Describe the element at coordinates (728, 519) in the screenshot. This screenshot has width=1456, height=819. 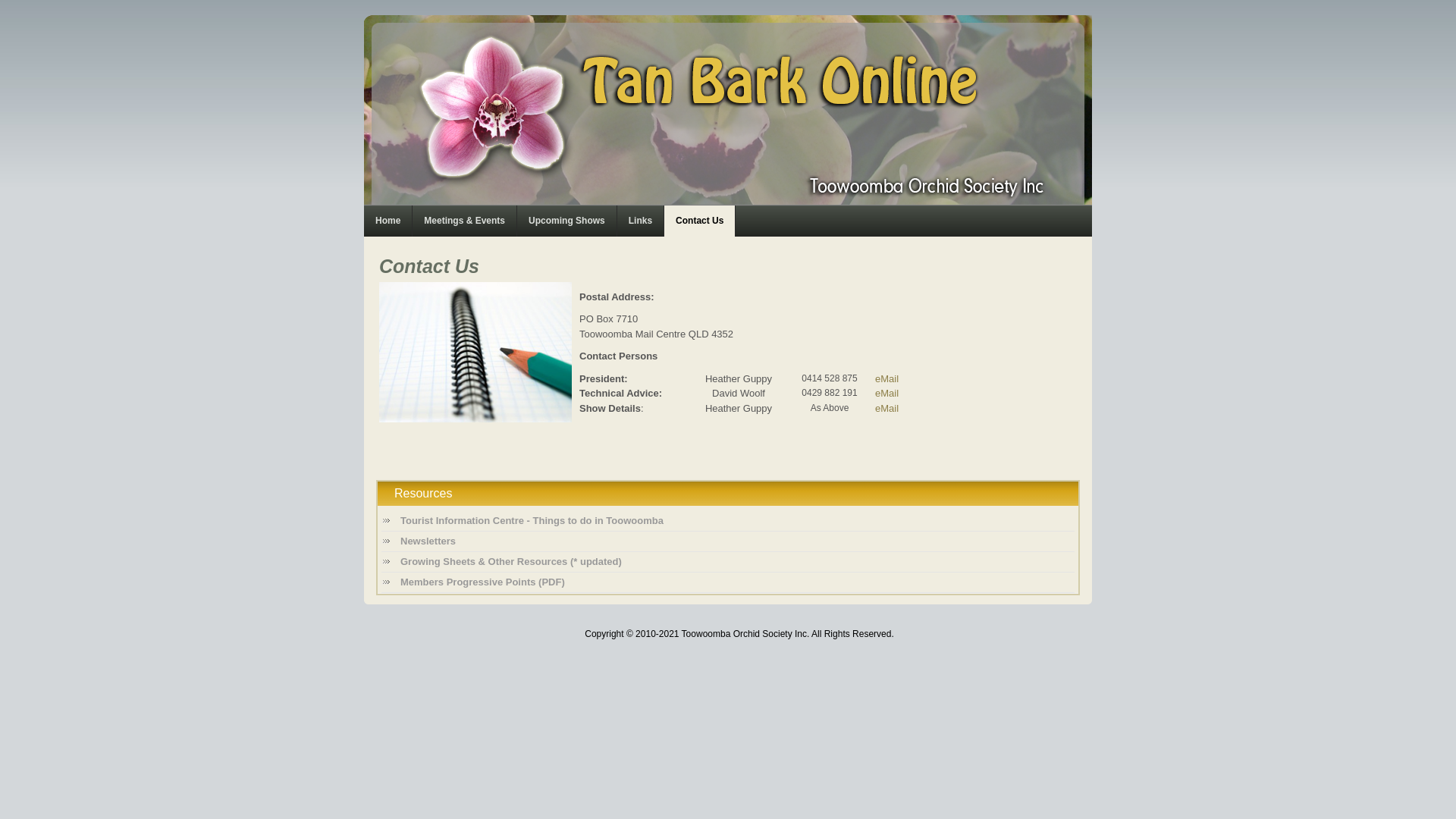
I see `'Tourist Information Centre - Things to do in Toowoomba'` at that location.